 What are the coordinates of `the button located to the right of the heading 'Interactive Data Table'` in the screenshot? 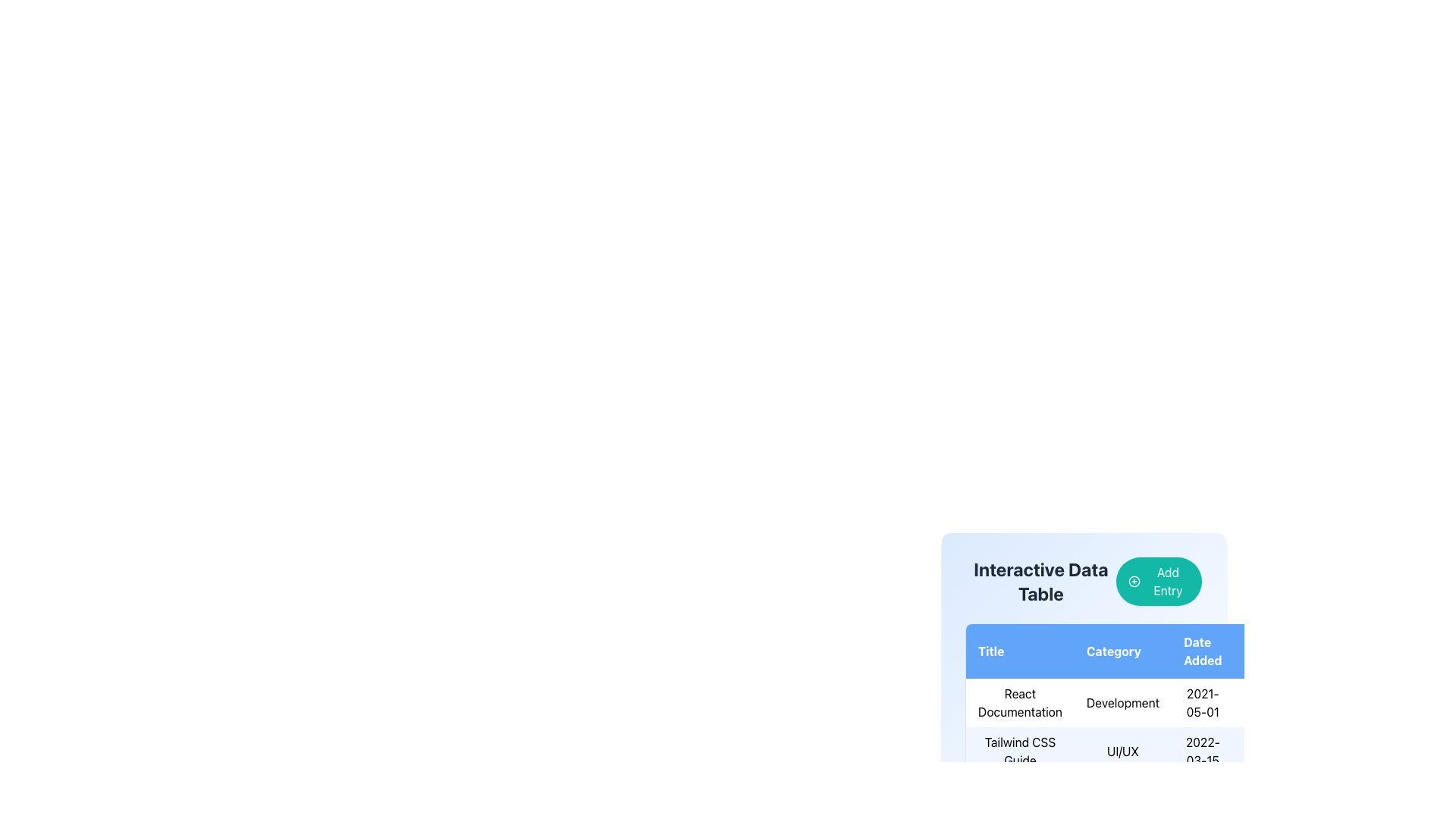 It's located at (1158, 581).